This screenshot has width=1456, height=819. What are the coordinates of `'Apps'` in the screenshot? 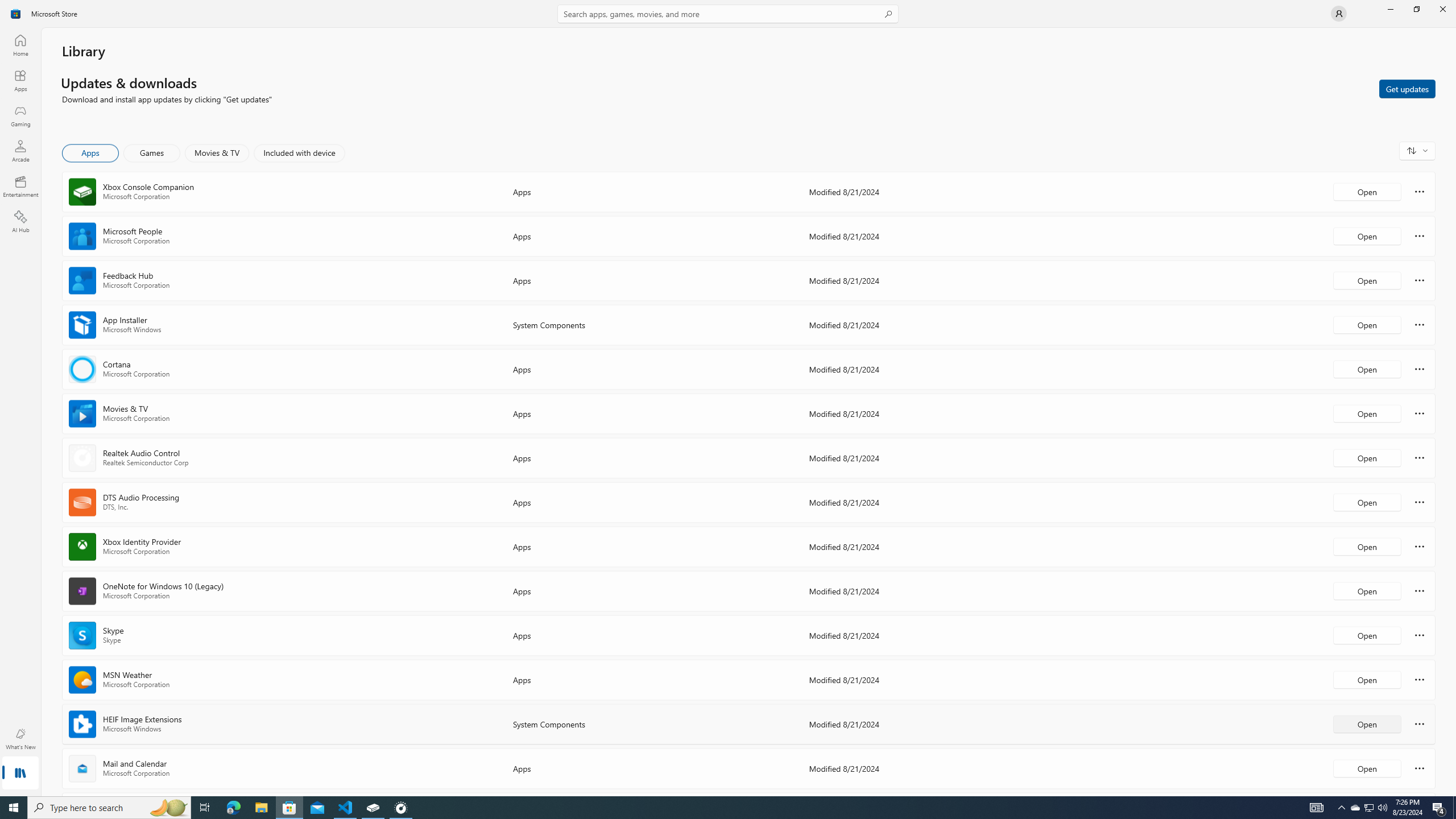 It's located at (19, 80).